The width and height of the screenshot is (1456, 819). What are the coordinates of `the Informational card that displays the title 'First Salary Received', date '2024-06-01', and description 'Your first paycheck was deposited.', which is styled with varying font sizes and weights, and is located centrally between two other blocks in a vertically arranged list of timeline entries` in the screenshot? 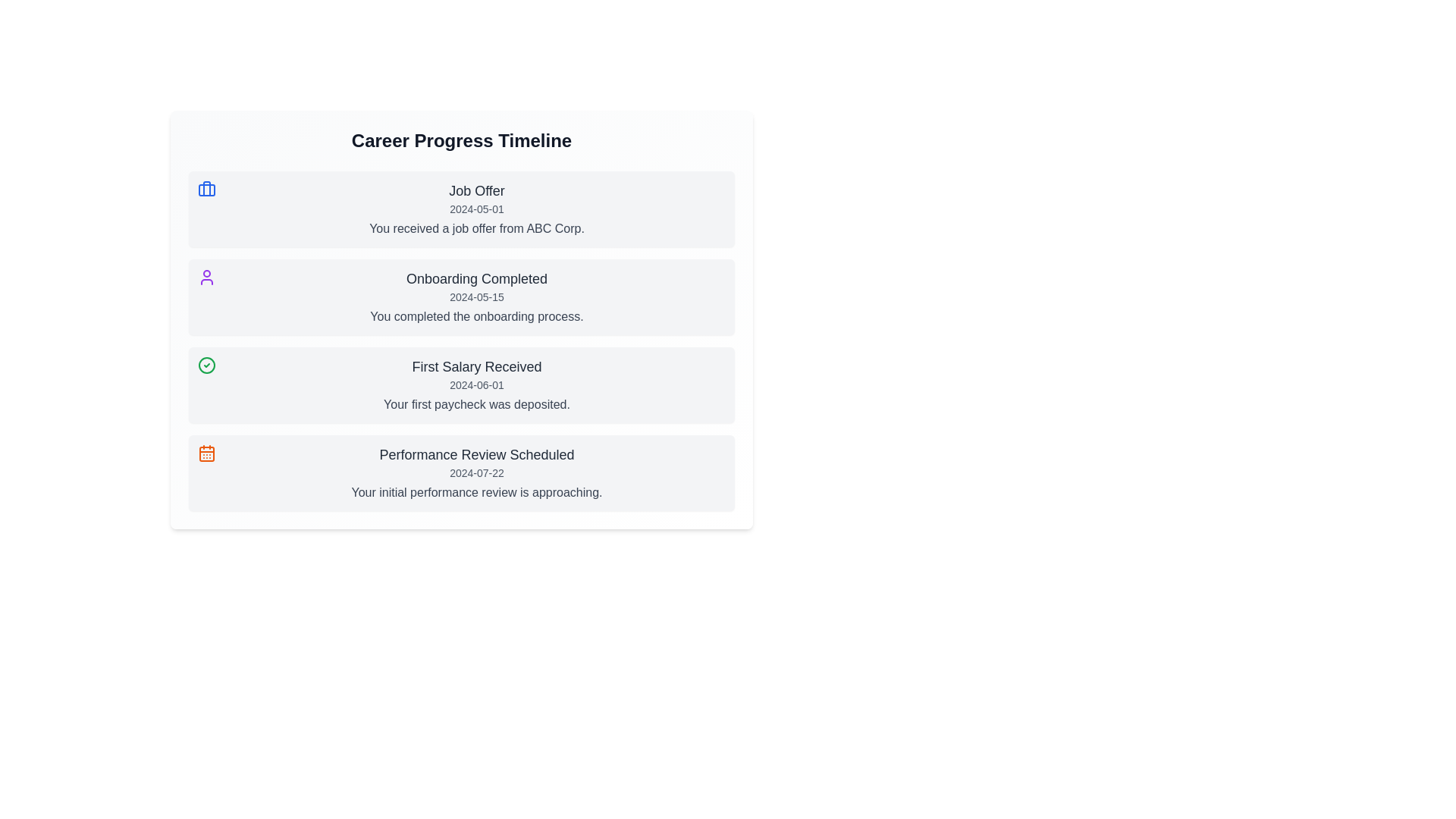 It's located at (475, 384).